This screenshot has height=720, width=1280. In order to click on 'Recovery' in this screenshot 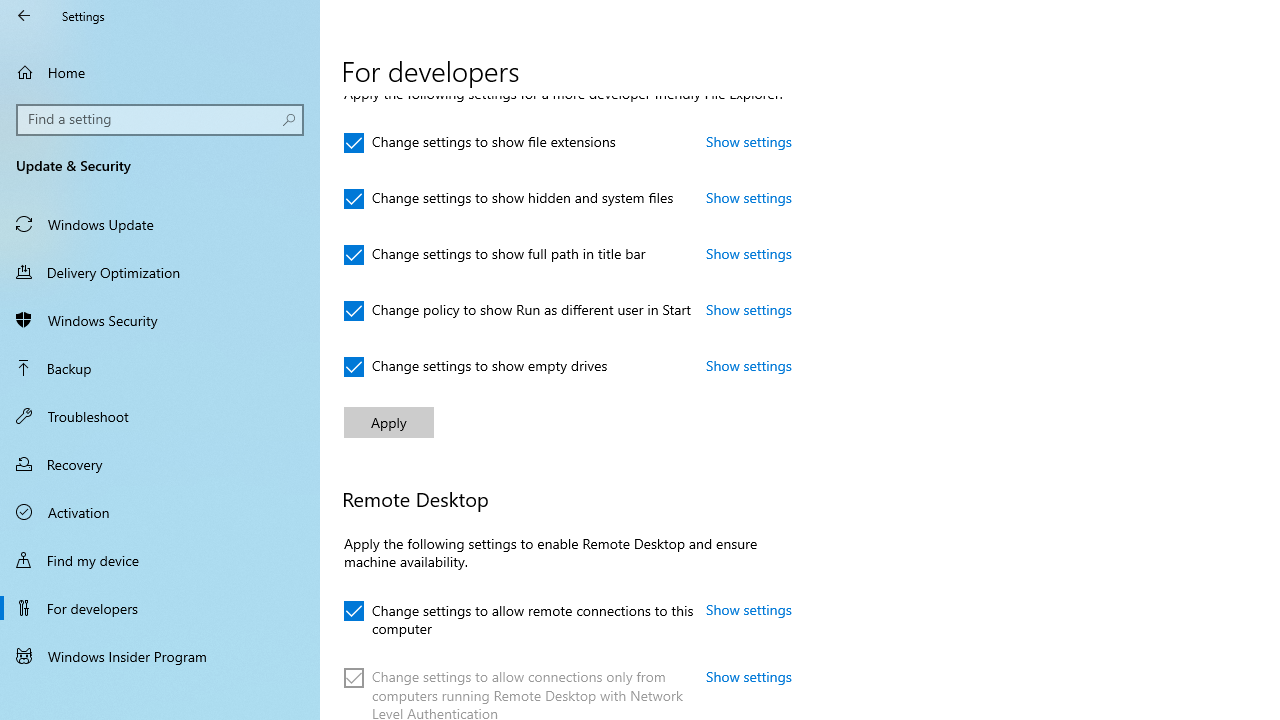, I will do `click(160, 464)`.